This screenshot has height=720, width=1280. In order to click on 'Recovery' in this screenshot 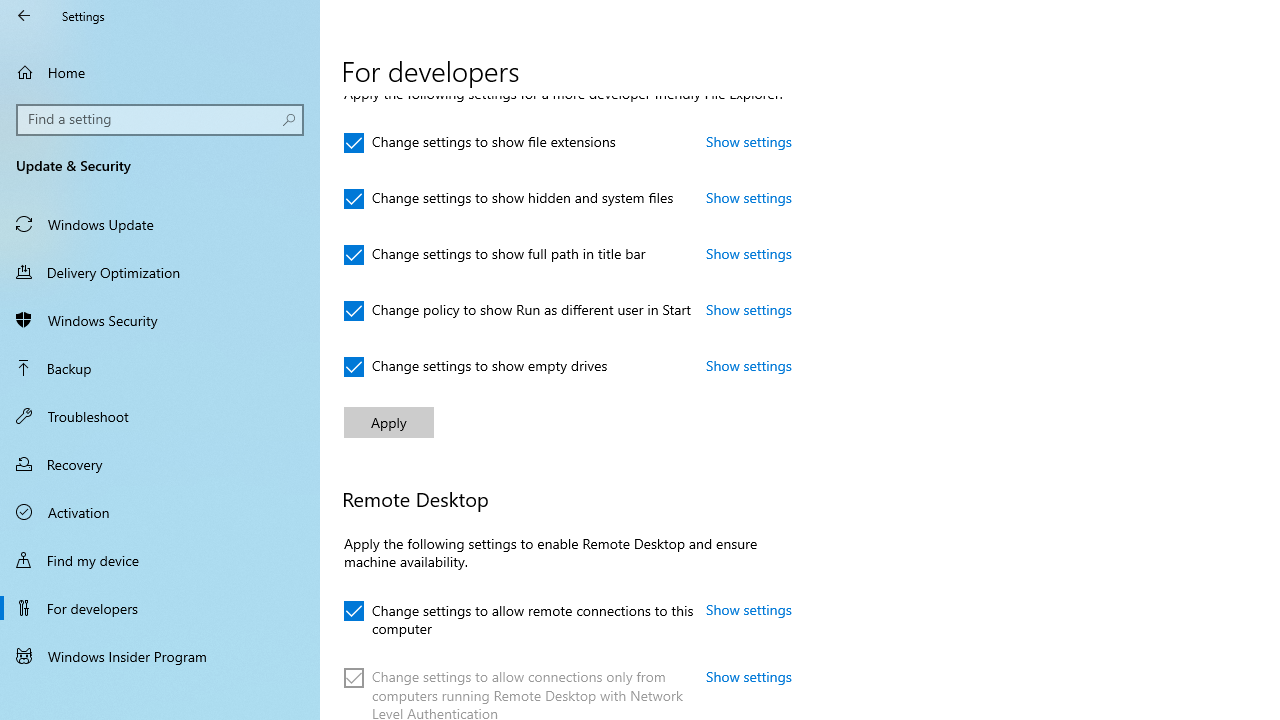, I will do `click(160, 464)`.